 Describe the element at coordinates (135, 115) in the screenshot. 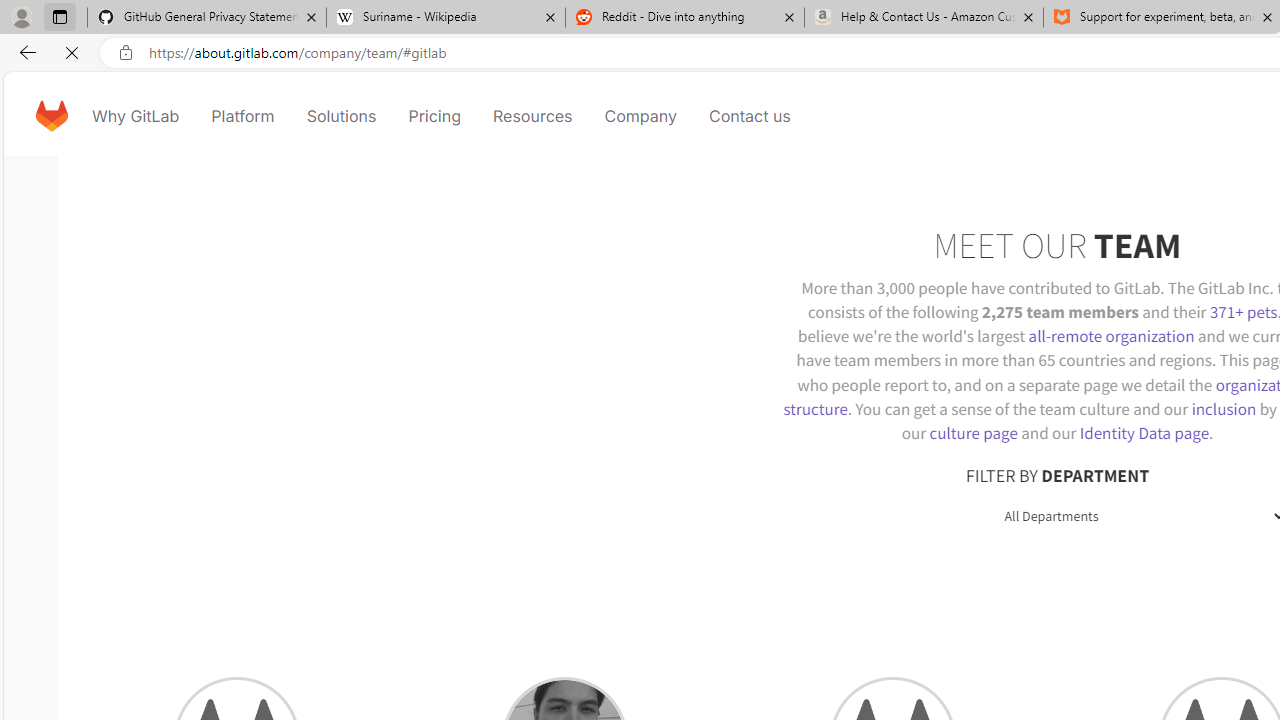

I see `'Why GitLab'` at that location.